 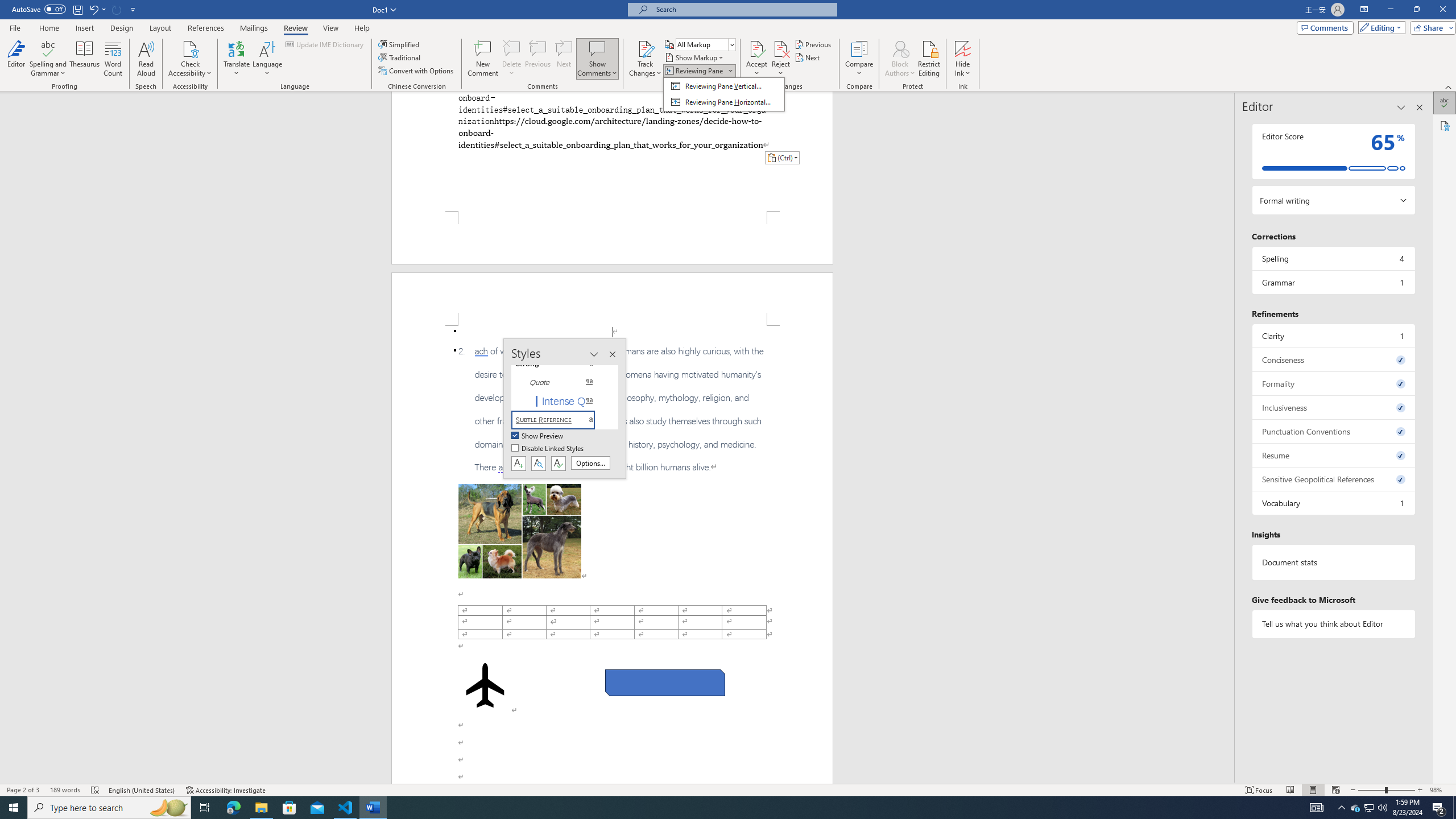 What do you see at coordinates (511, 59) in the screenshot?
I see `'Delete'` at bounding box center [511, 59].